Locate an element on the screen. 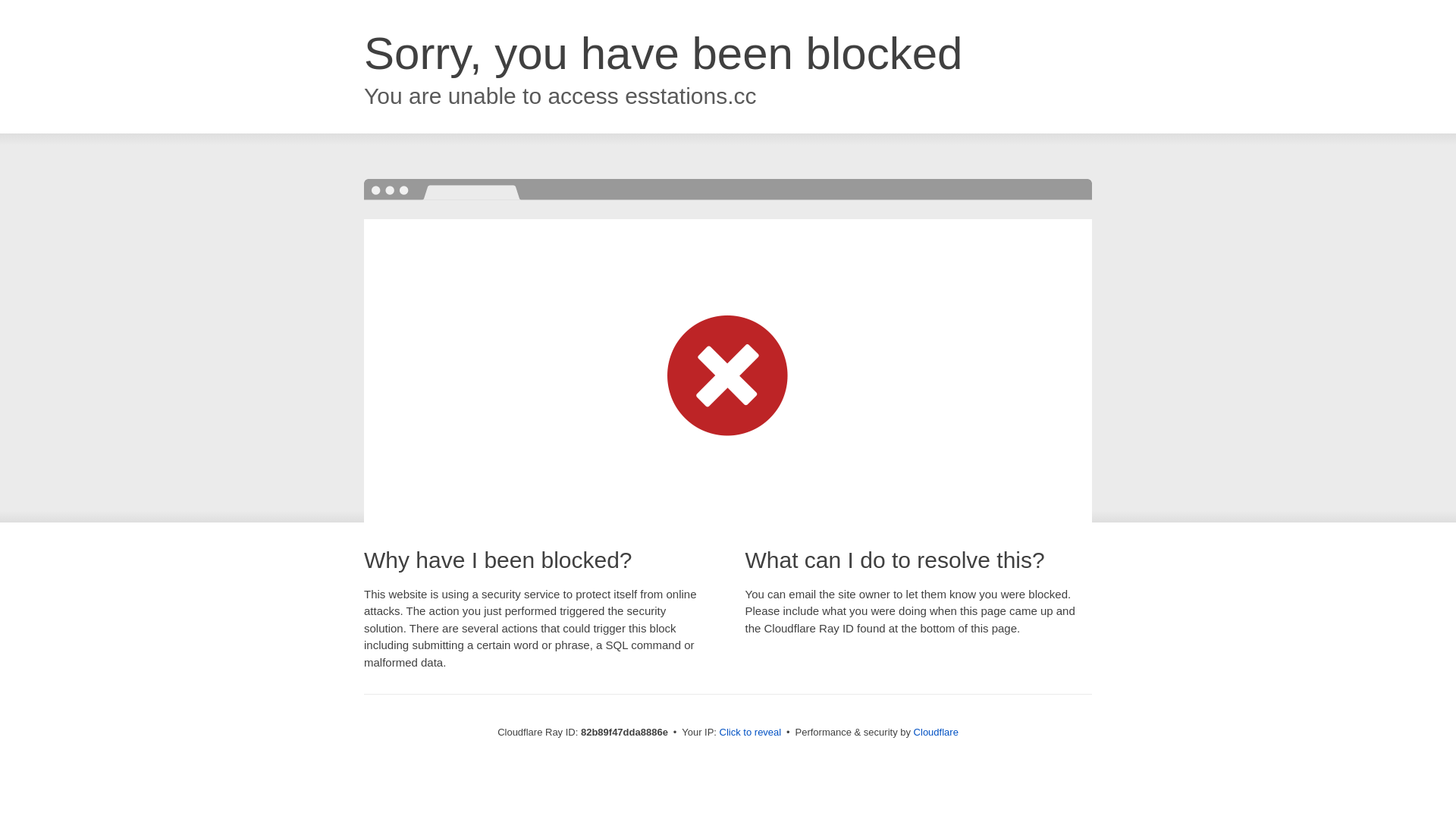 The width and height of the screenshot is (1456, 819). 'Cloudflare' is located at coordinates (935, 731).